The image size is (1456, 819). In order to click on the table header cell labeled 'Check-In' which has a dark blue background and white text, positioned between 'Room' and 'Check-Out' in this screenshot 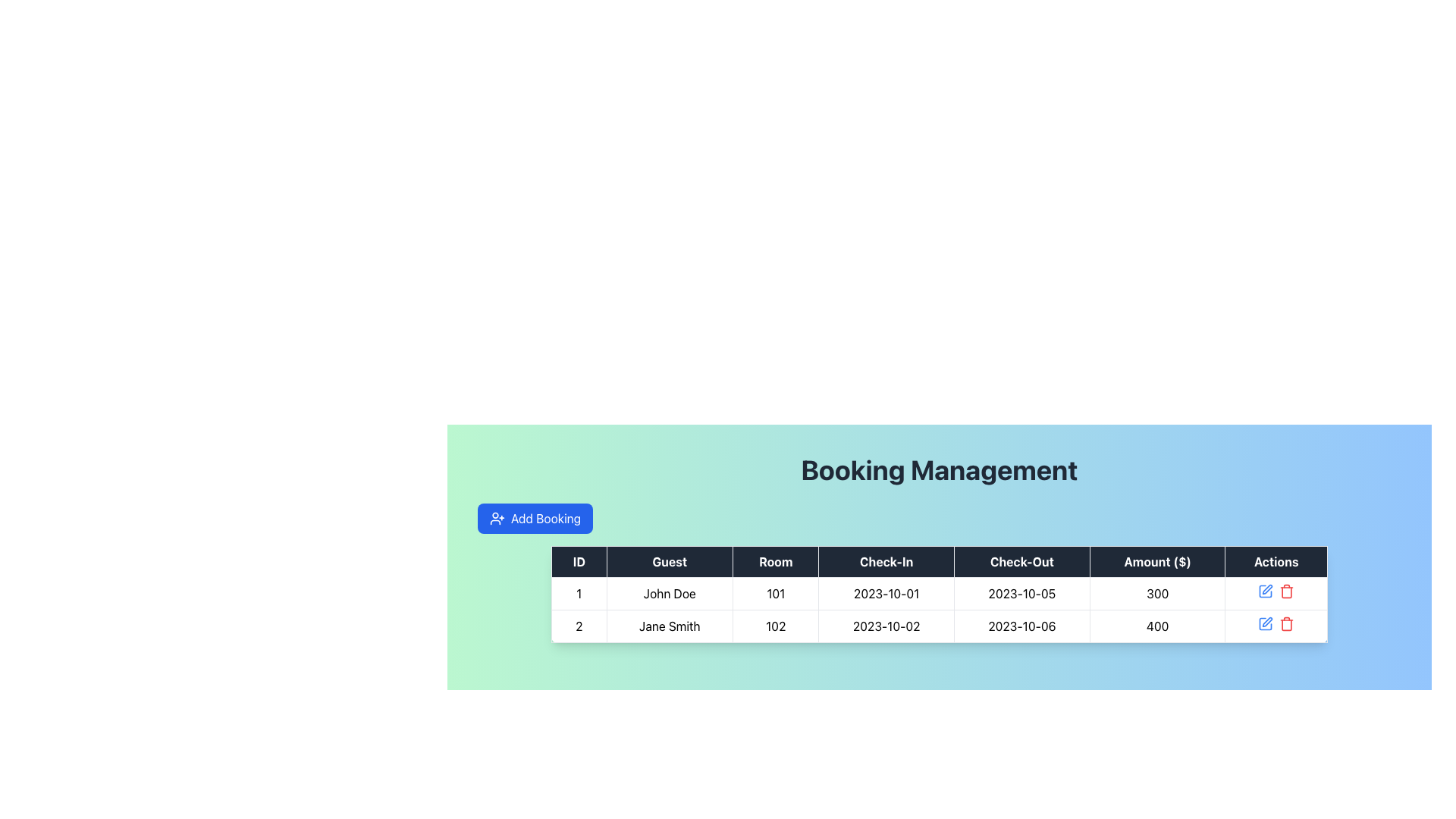, I will do `click(886, 561)`.